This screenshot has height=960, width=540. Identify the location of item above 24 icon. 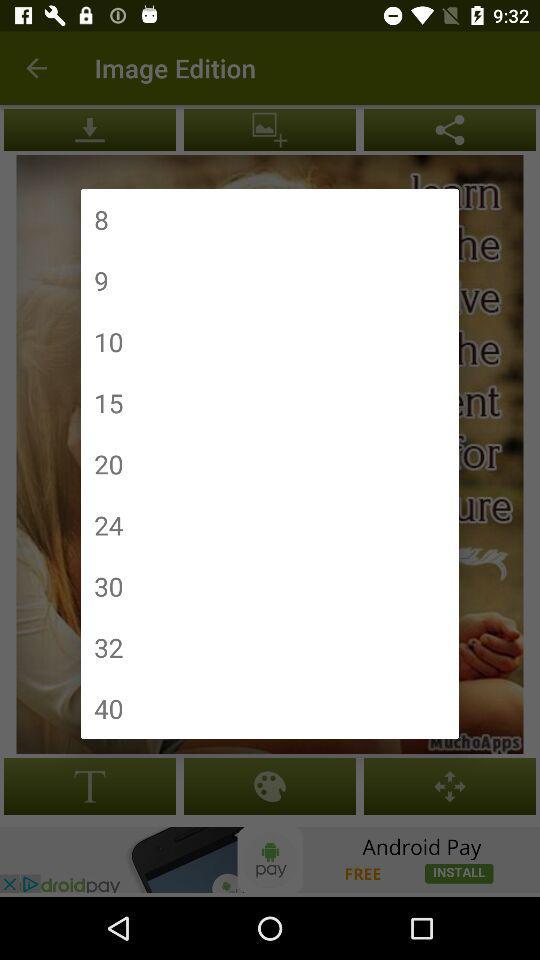
(108, 464).